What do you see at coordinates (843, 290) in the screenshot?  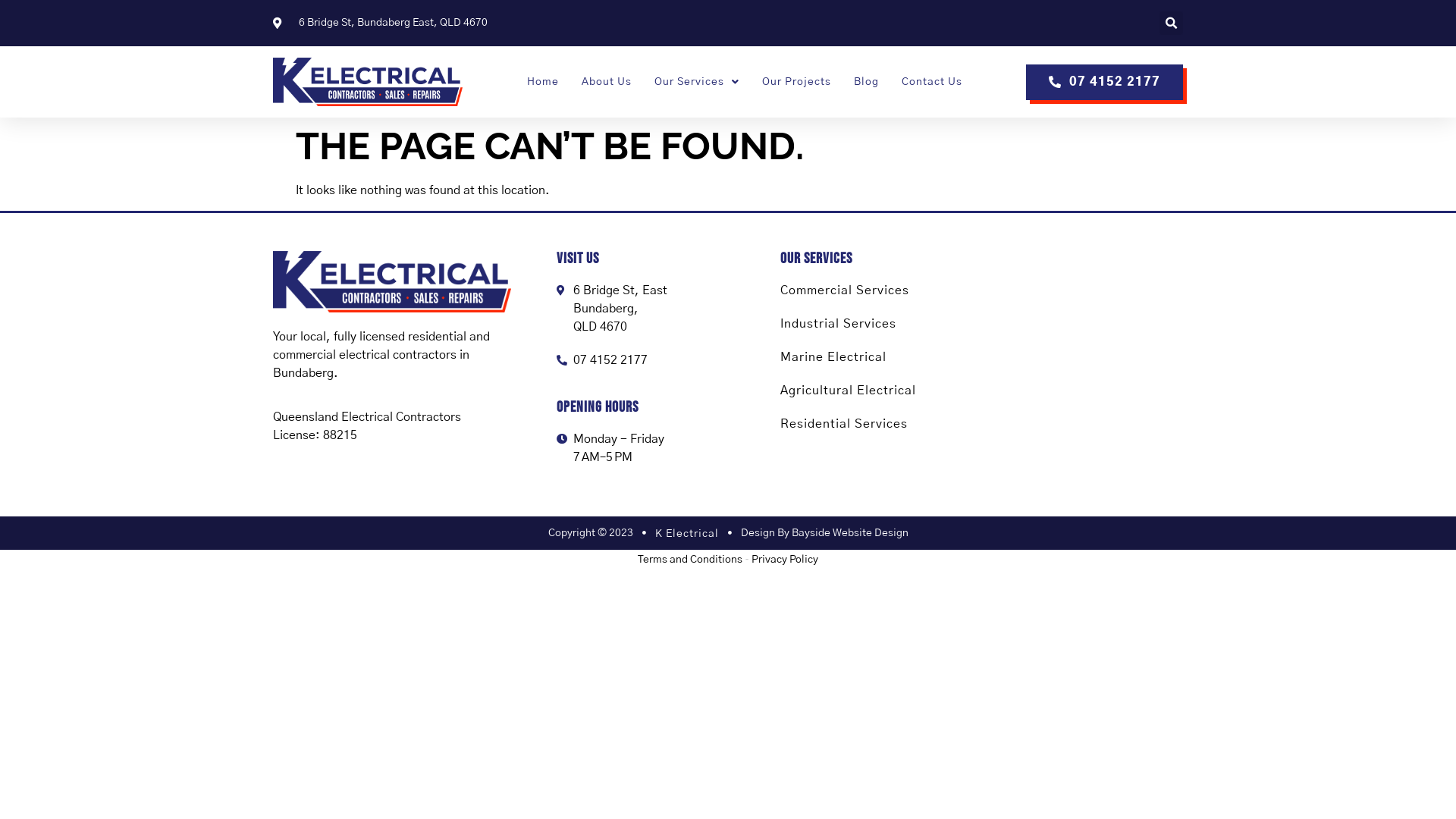 I see `'Commercial Services'` at bounding box center [843, 290].